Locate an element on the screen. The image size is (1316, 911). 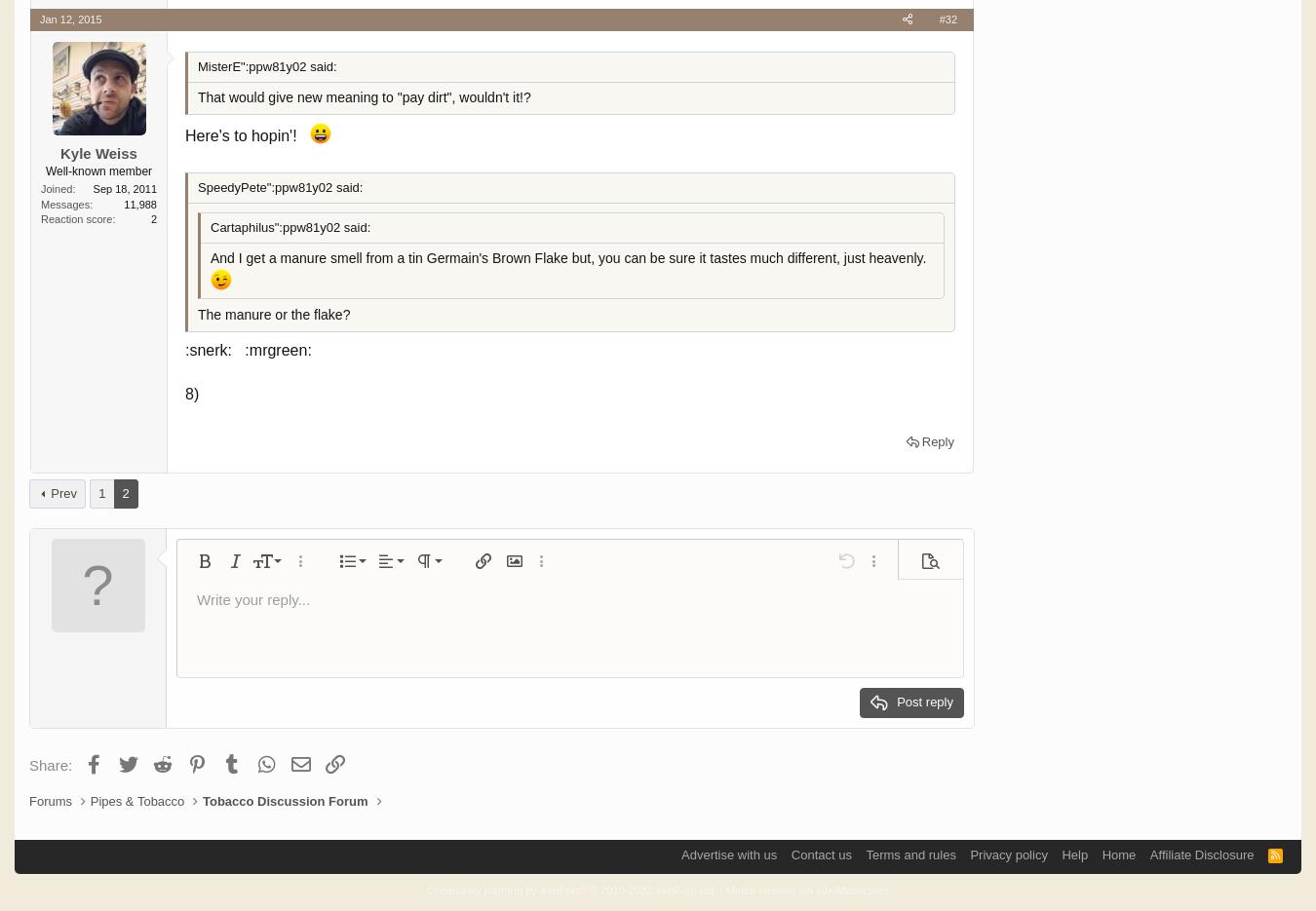
'Forums' is located at coordinates (49, 800).